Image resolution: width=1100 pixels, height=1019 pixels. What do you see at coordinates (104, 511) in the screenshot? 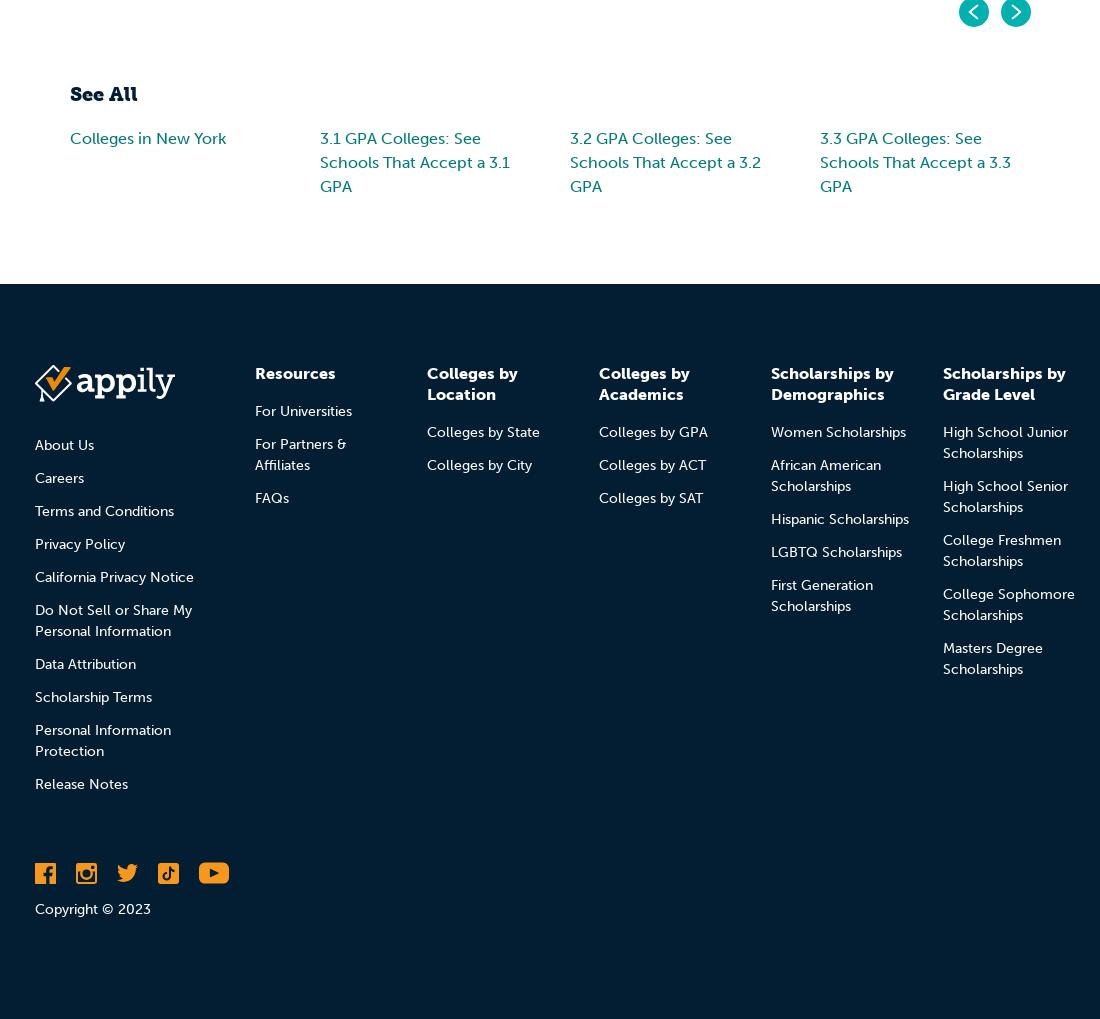
I see `'Terms and Conditions'` at bounding box center [104, 511].